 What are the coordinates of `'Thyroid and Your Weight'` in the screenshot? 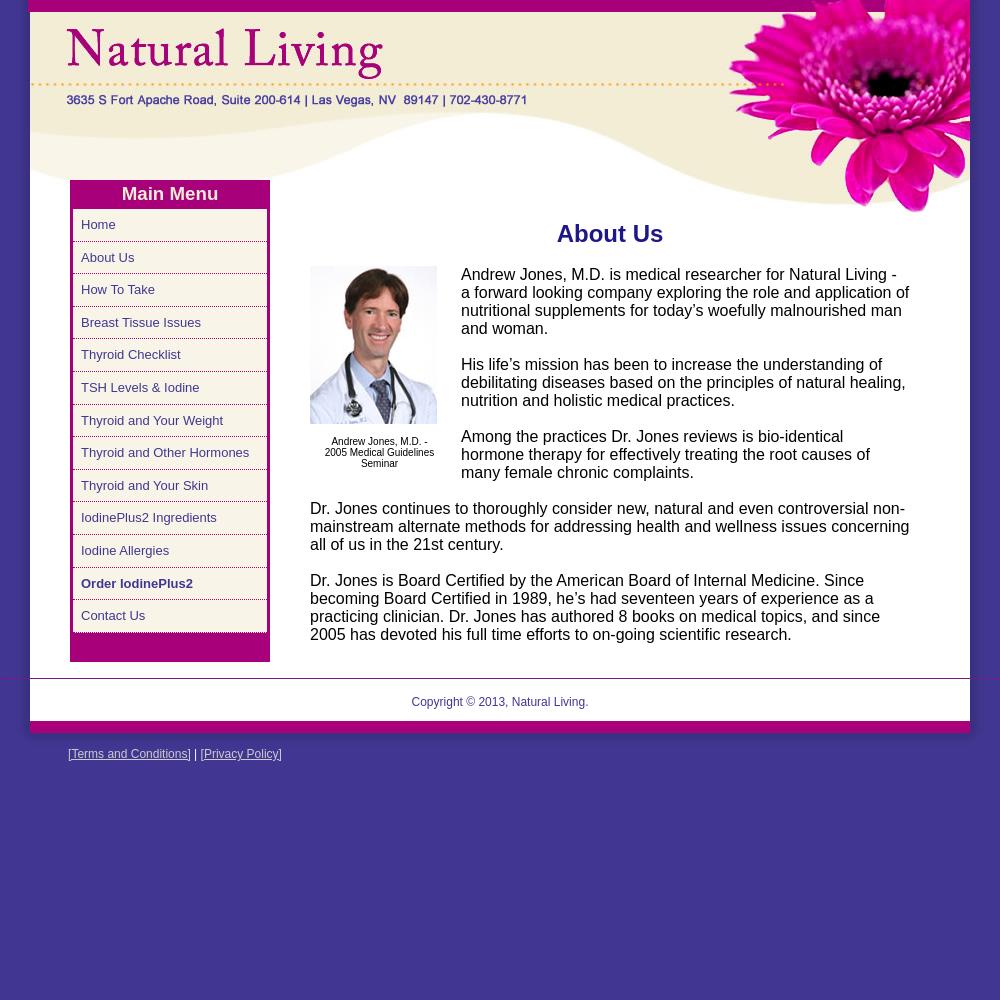 It's located at (152, 419).